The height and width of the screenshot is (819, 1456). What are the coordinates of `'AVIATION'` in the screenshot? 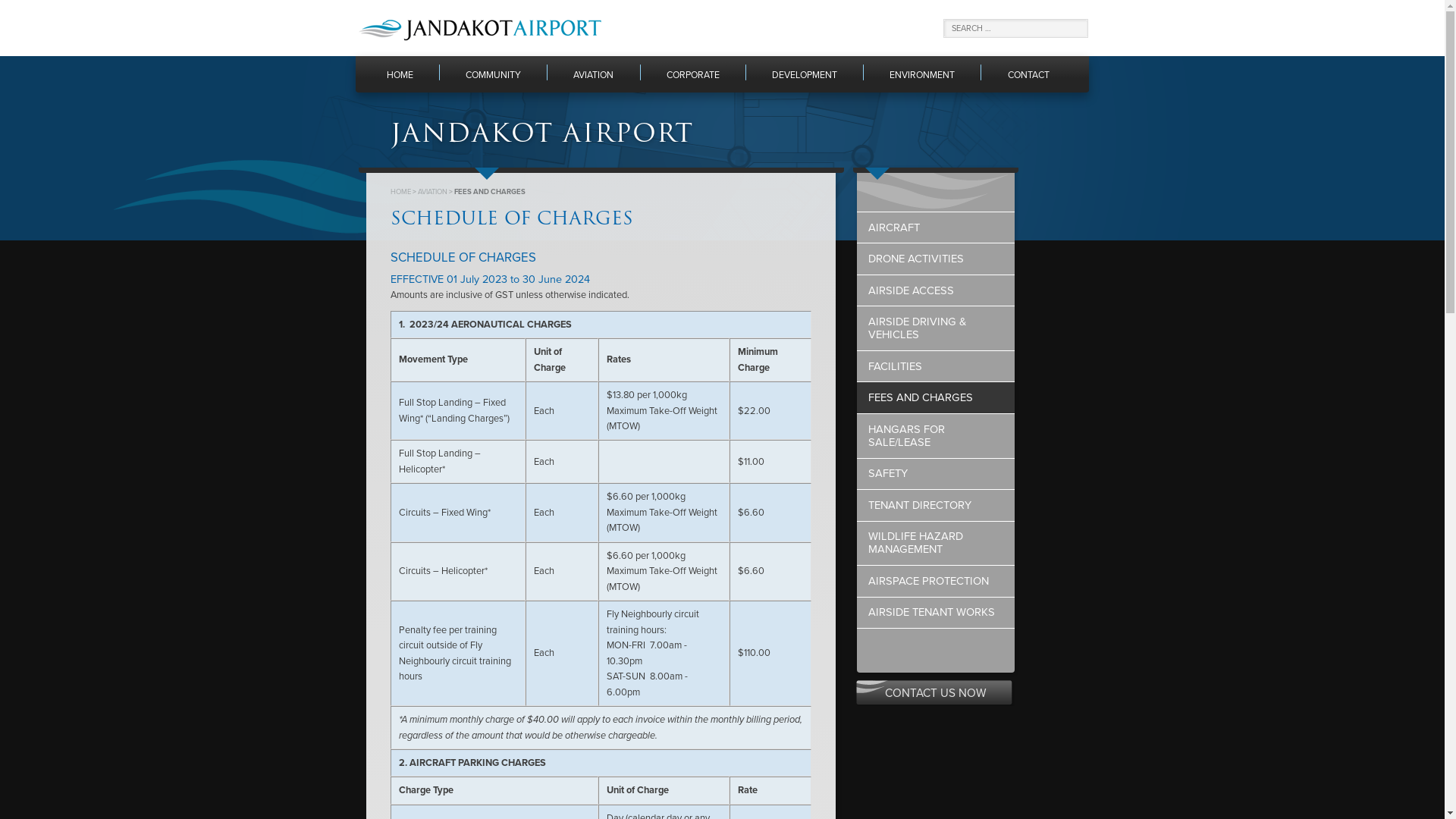 It's located at (431, 191).